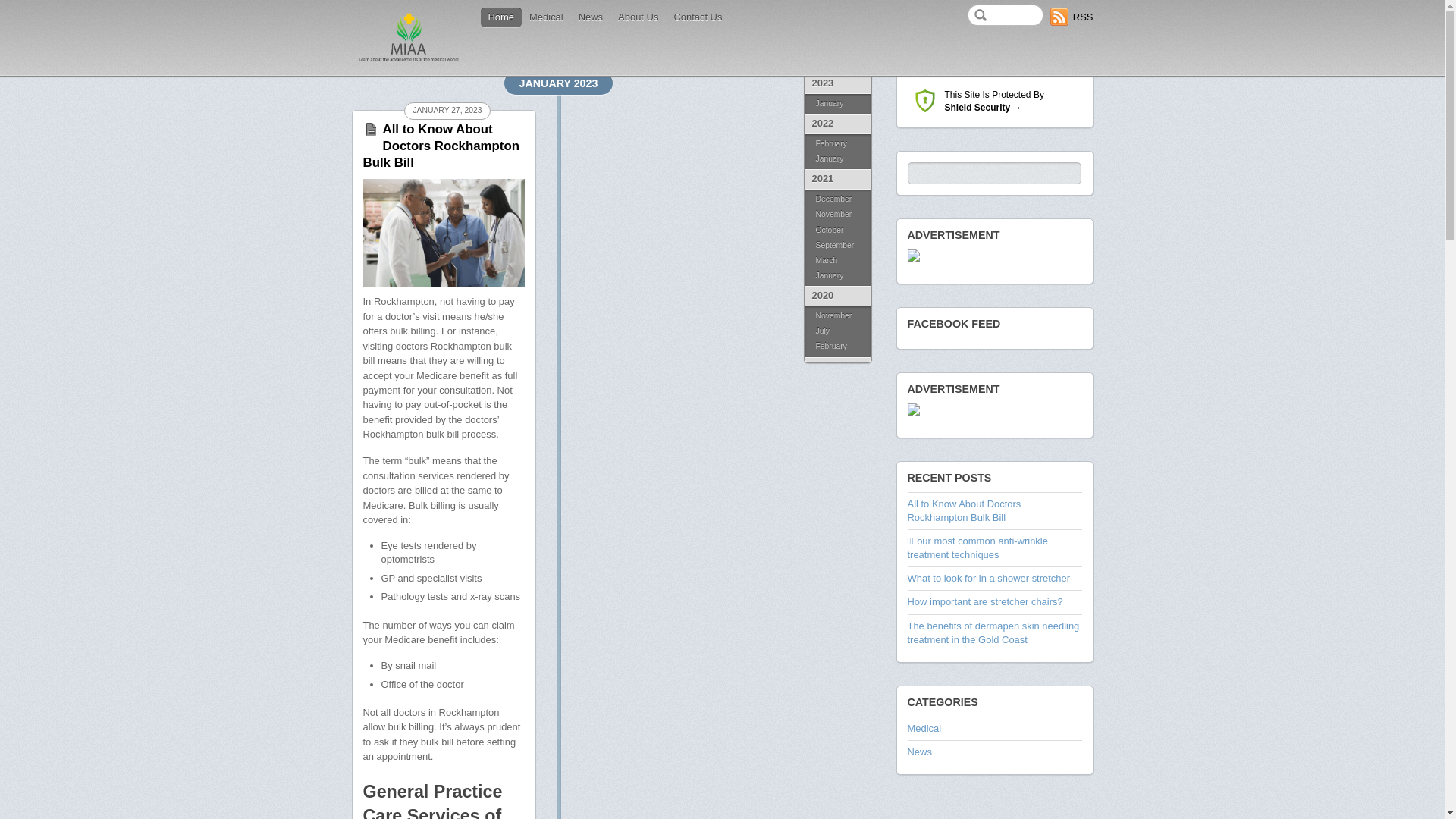 The image size is (1456, 819). What do you see at coordinates (967, 14) in the screenshot?
I see `'Search'` at bounding box center [967, 14].